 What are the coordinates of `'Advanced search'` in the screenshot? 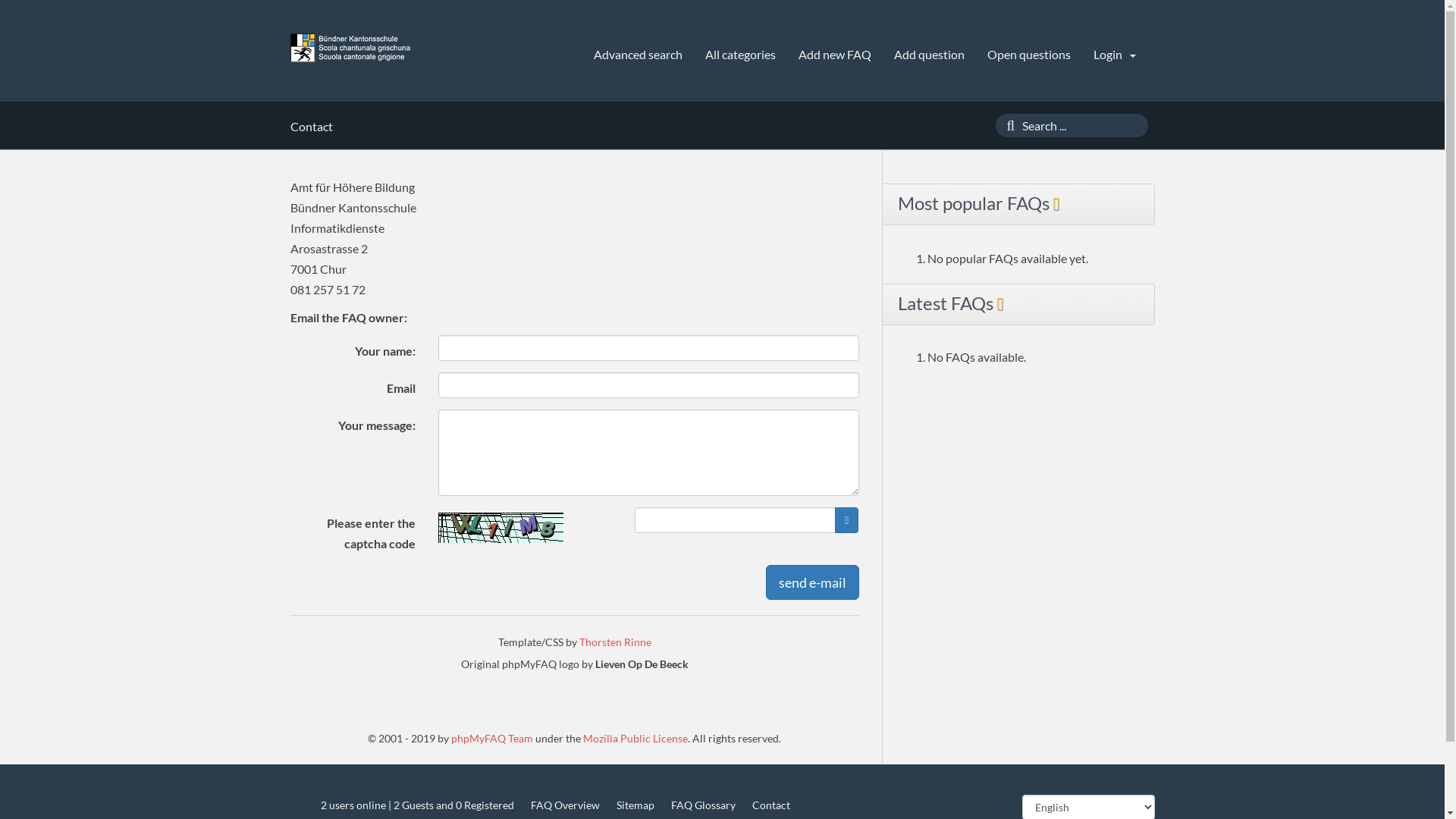 It's located at (637, 54).